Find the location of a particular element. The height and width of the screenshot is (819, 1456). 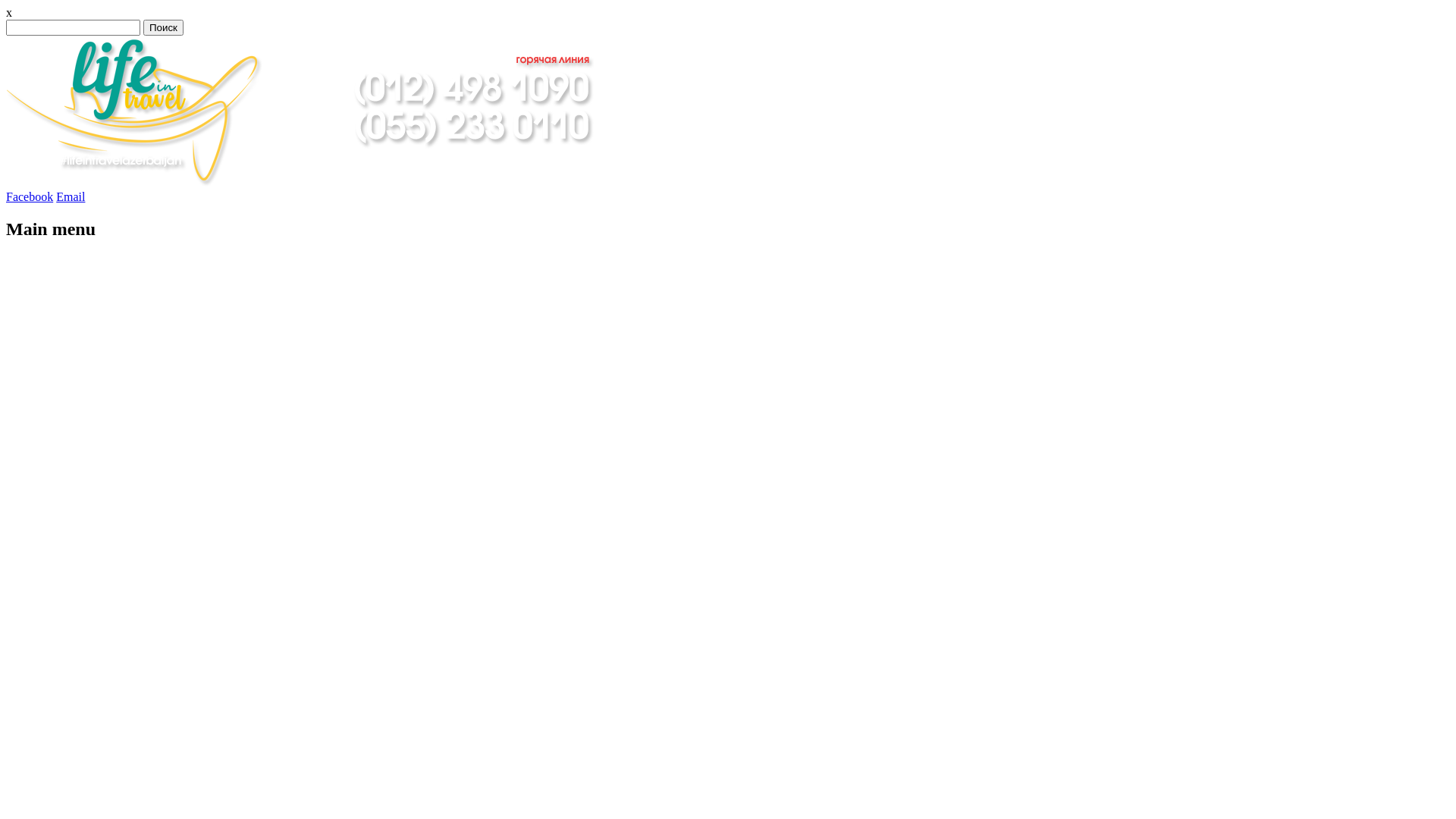

'"LifeInTravel" Travel Agency Azerbaijan' is located at coordinates (309, 182).